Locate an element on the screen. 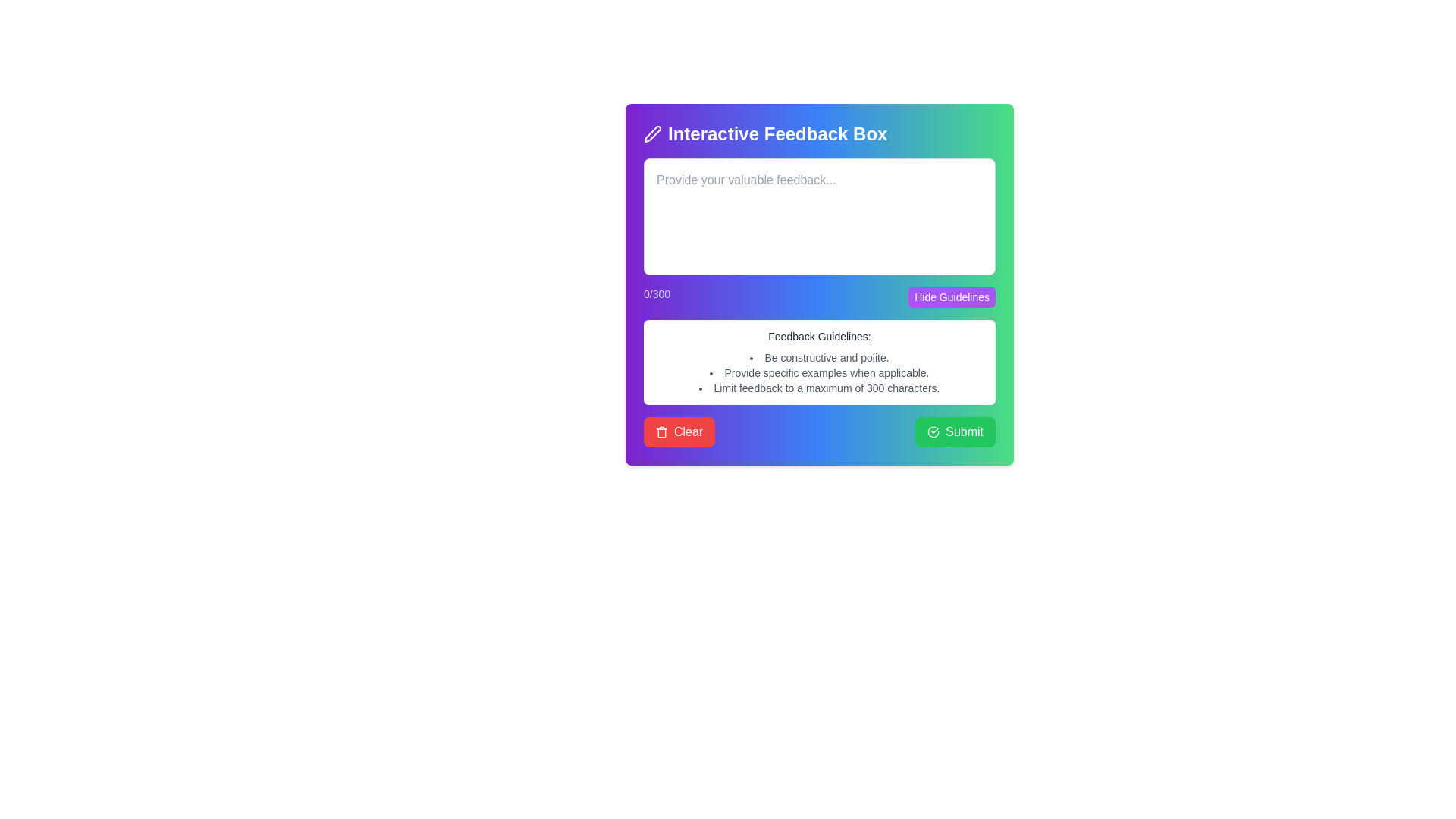 The width and height of the screenshot is (1456, 819). guidelines for reference from the non-interactive, textual list element labeled 'Feedback Guidelines', which is centrally positioned below the multiline text input field is located at coordinates (818, 373).